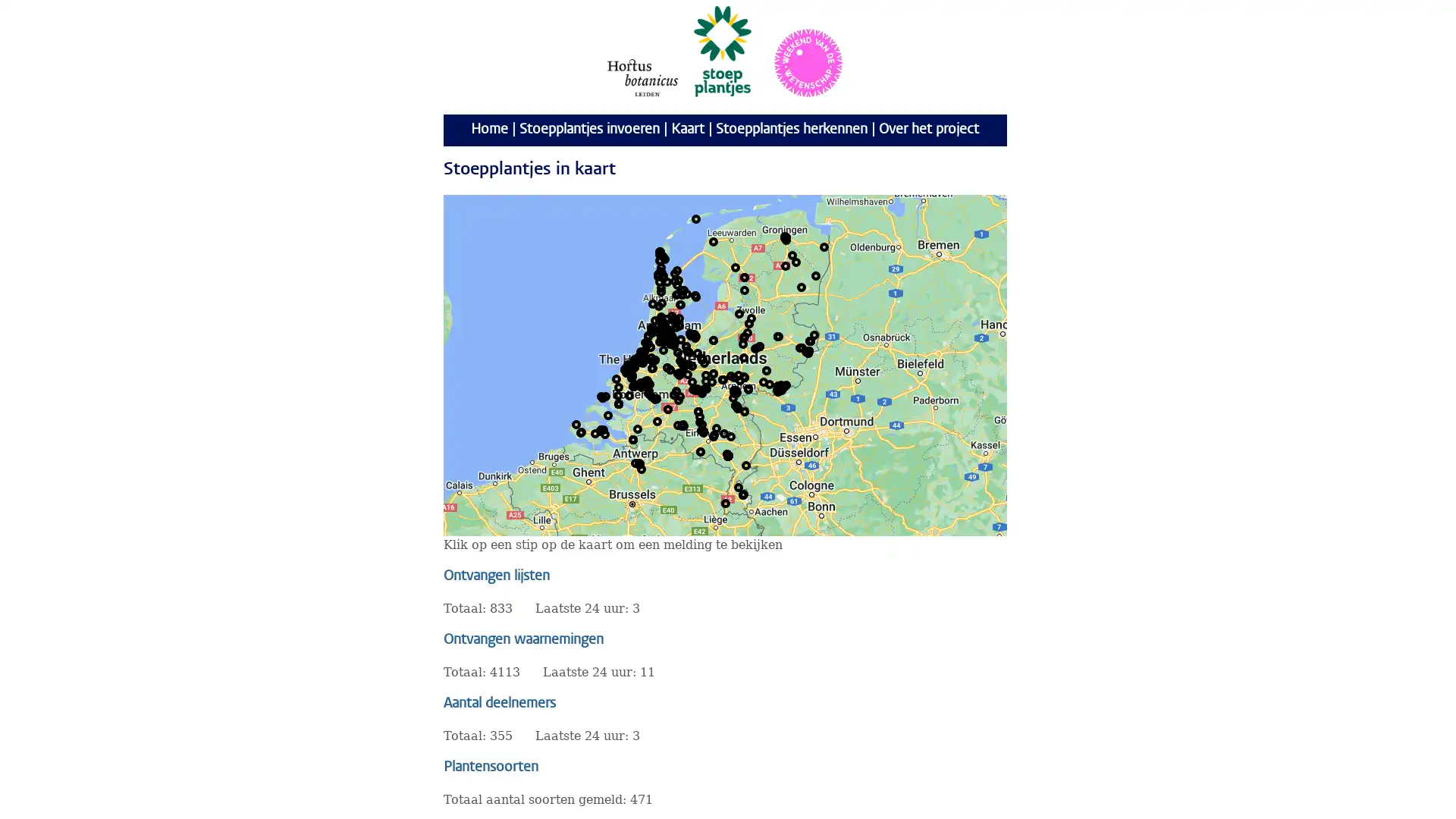 The image size is (1456, 819). Describe the element at coordinates (767, 370) in the screenshot. I see `Telling van Marga Limbeek op 01 mei 2022` at that location.